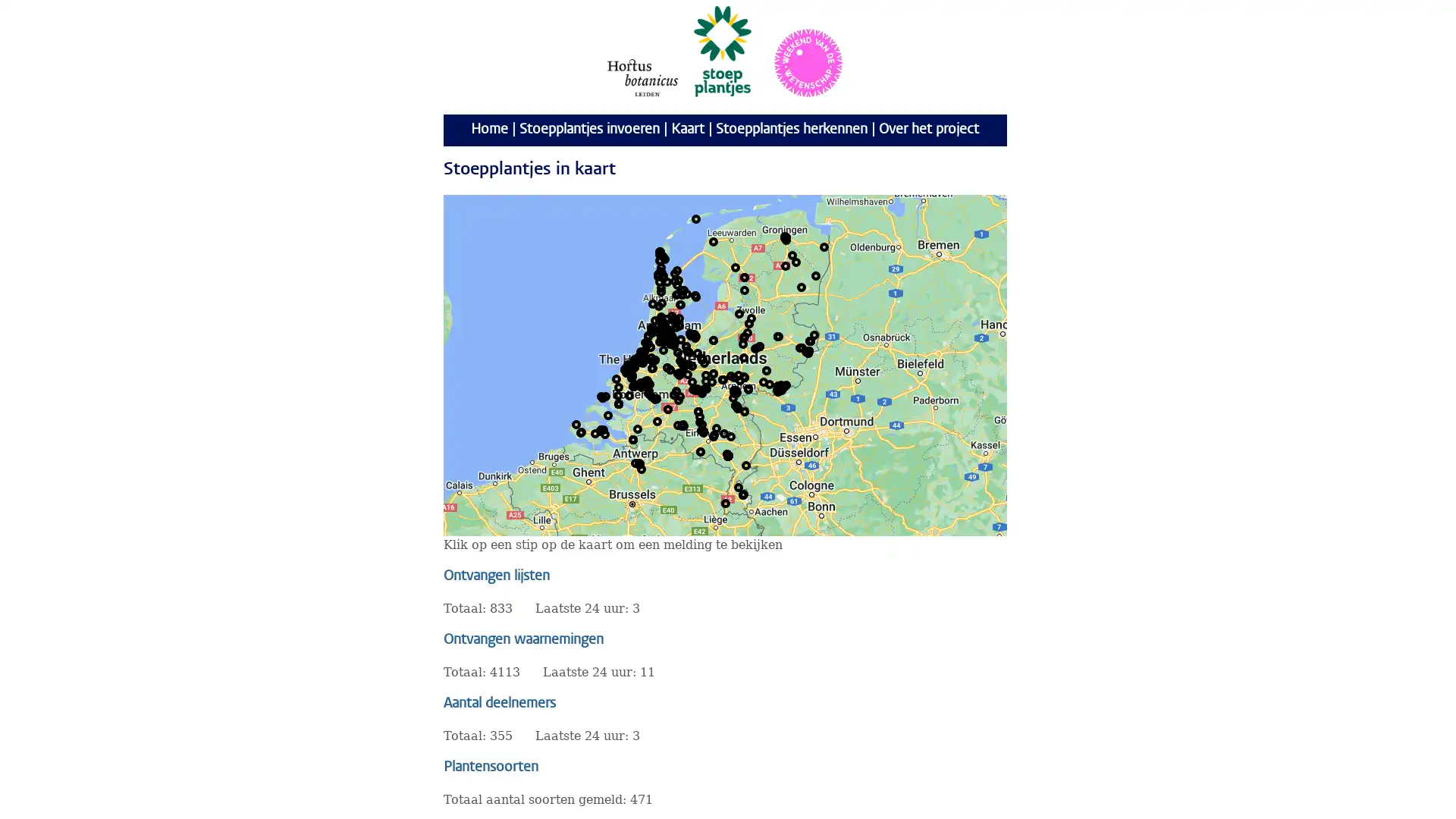 The image size is (1456, 819). Describe the element at coordinates (767, 370) in the screenshot. I see `Telling van Marga Limbeek op 01 mei 2022` at that location.